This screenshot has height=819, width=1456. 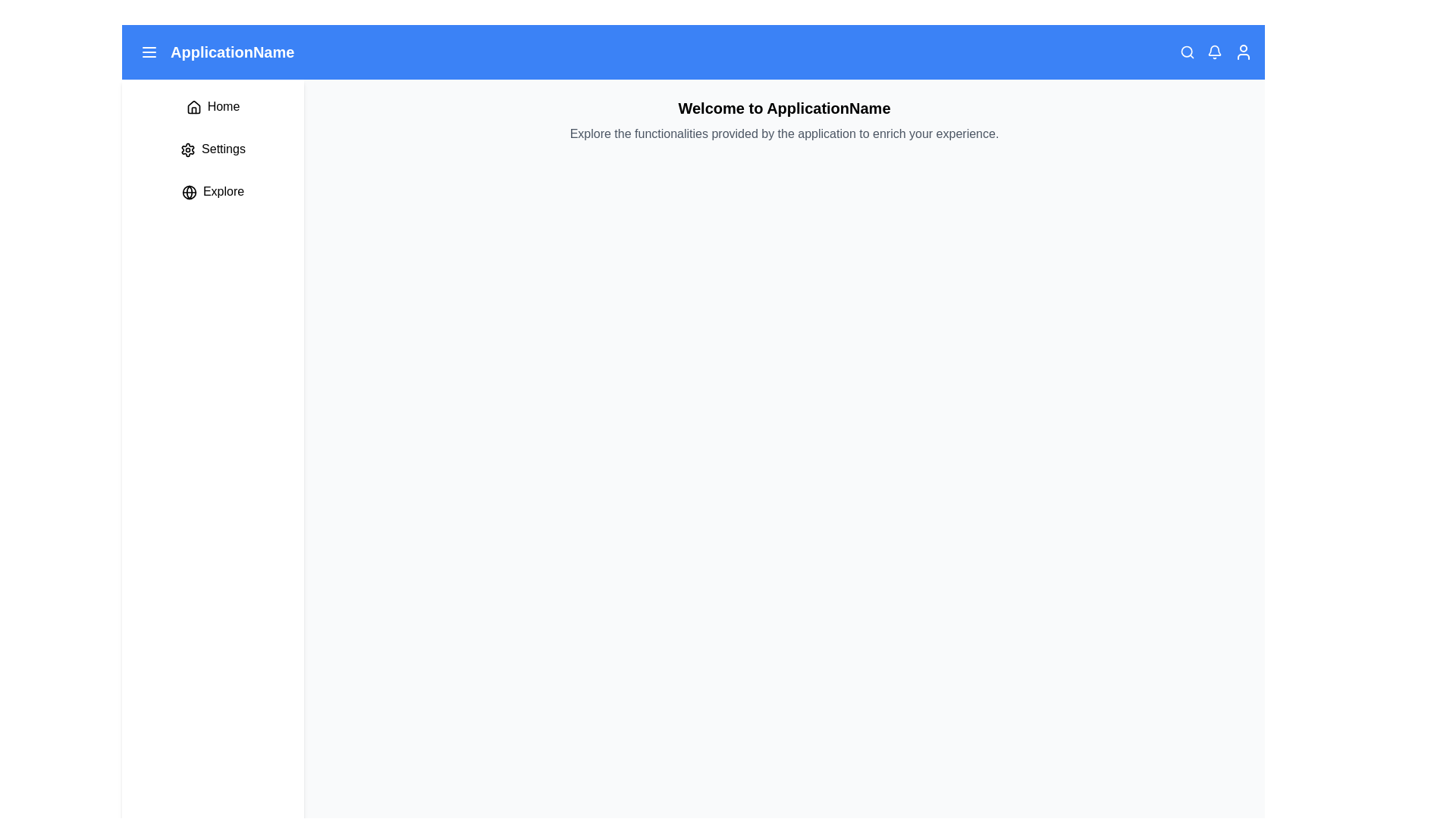 I want to click on the circle element of the 'Explore' menu item icon in the side navigation bar, so click(x=188, y=191).